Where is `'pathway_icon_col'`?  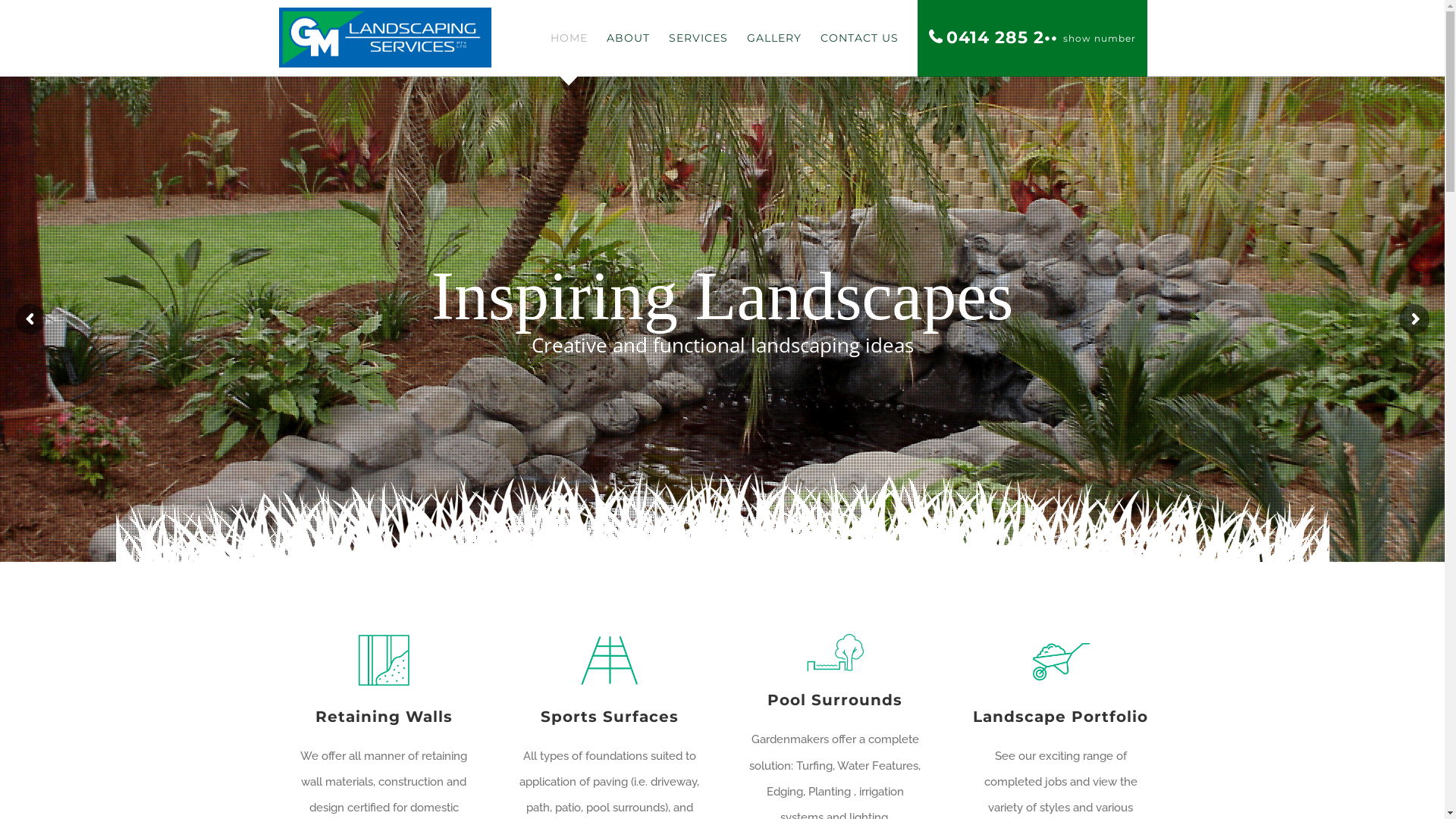 'pathway_icon_col' is located at coordinates (609, 660).